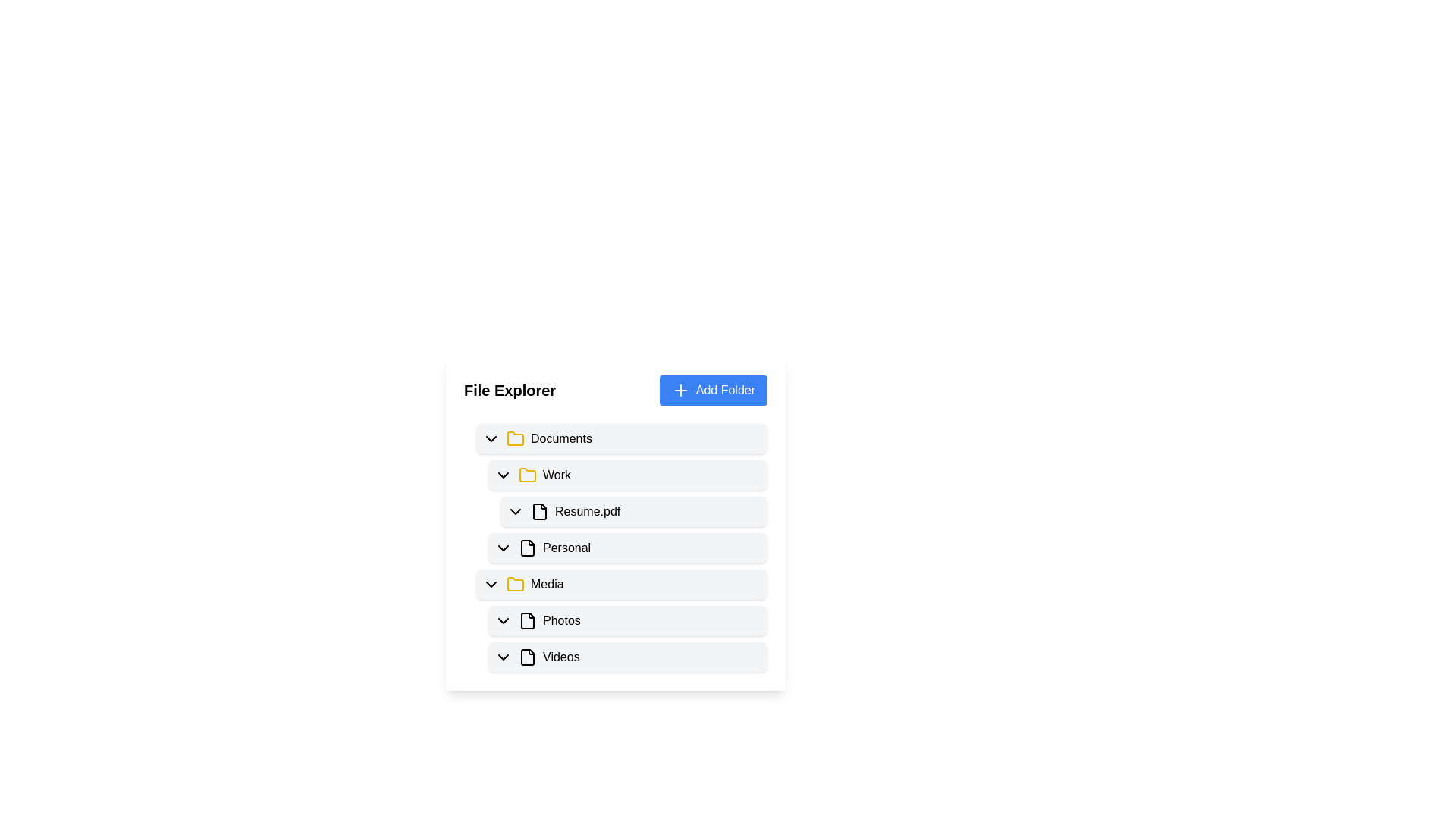 This screenshot has width=1456, height=819. What do you see at coordinates (528, 548) in the screenshot?
I see `the second icon representing a document file in the 'Personal' section of the 'File Explorer' interface, located to the left of the text label 'Personal'` at bounding box center [528, 548].